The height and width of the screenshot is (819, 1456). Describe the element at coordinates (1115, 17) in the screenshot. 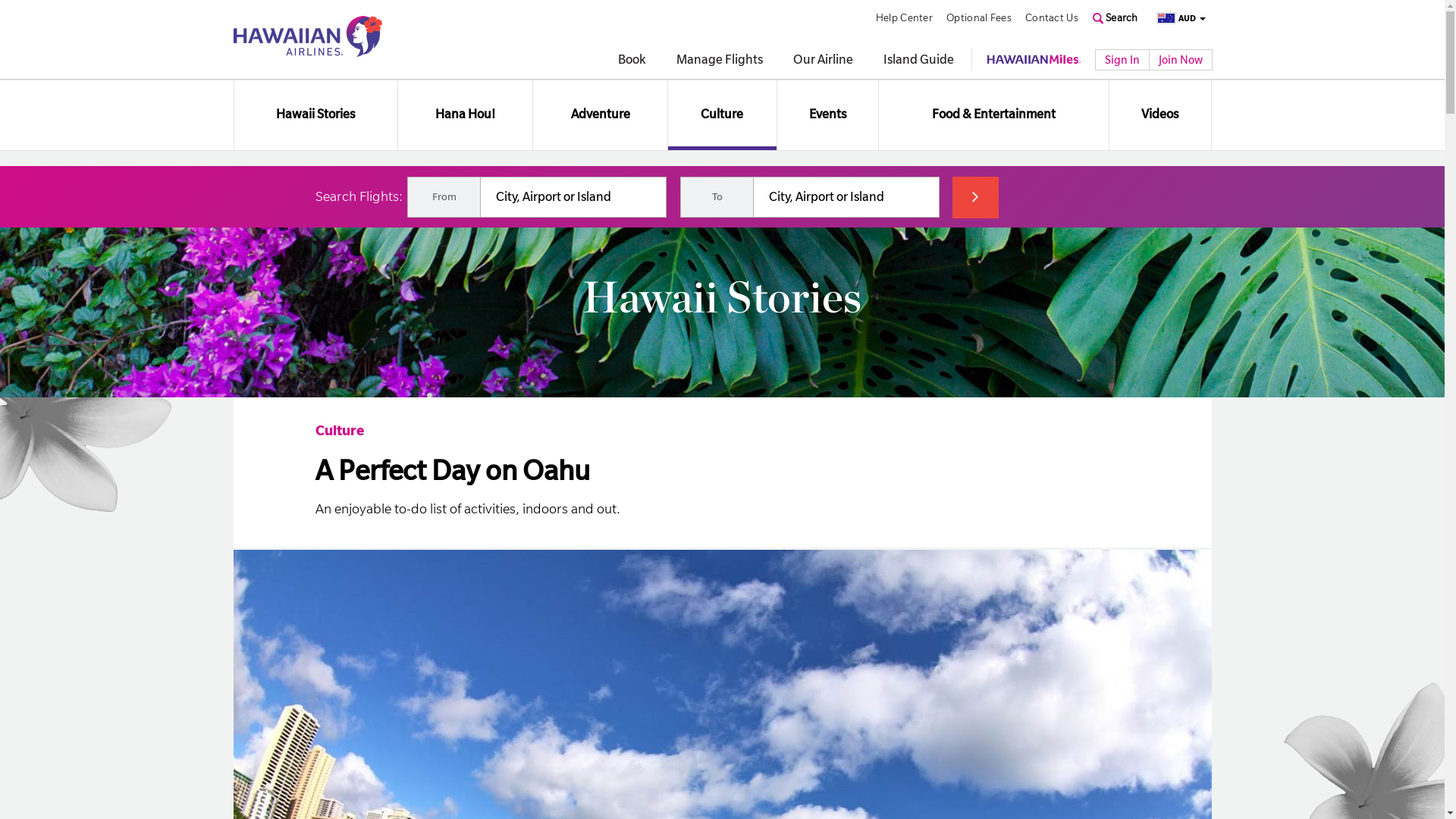

I see `'Search'` at that location.